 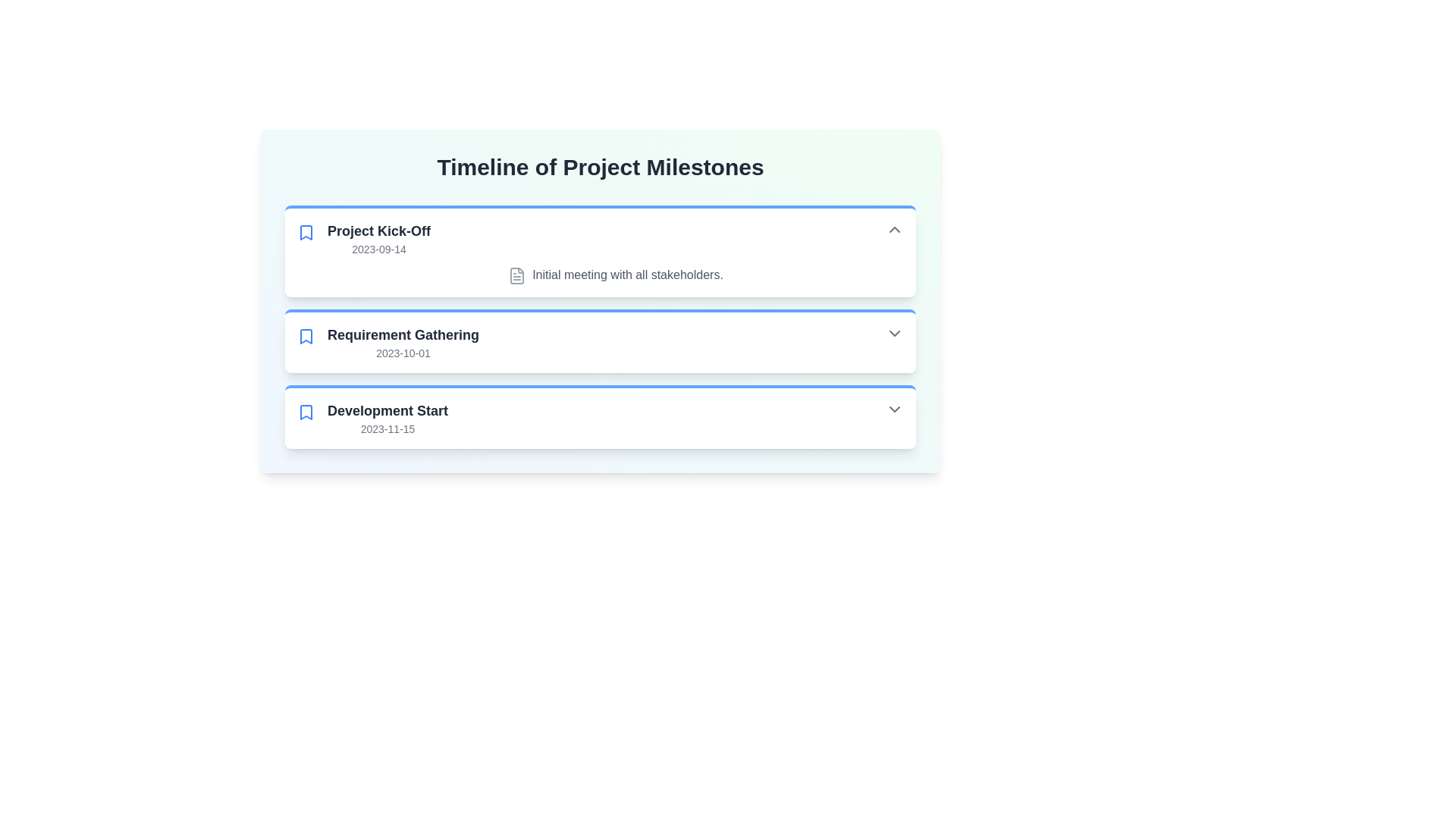 I want to click on the SVG document icon located next to the text 'Initial meeting with all stakeholders.' in the description section under the 'Project Kick-Off' milestone, so click(x=516, y=275).